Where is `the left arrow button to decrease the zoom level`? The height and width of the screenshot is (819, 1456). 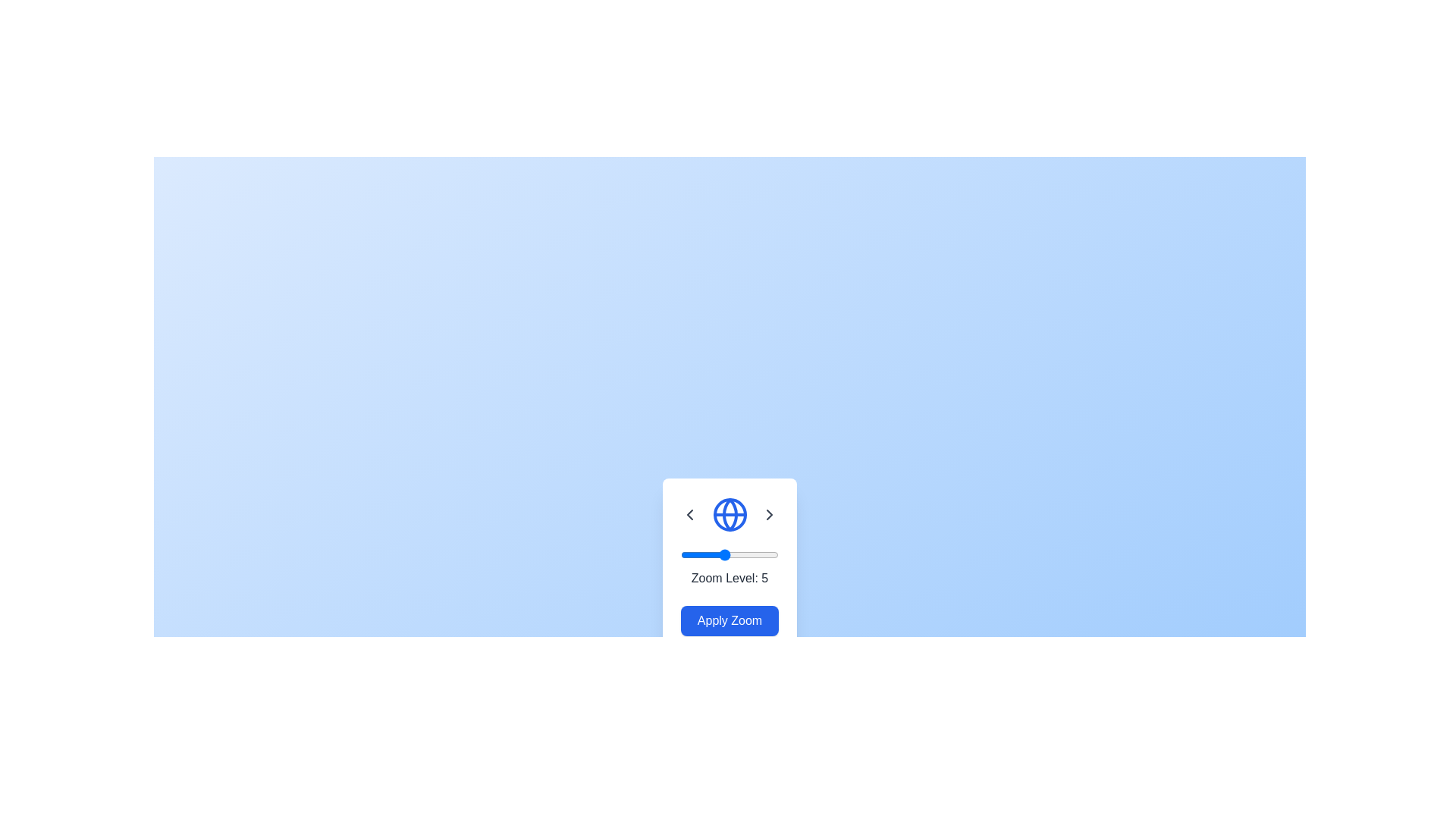
the left arrow button to decrease the zoom level is located at coordinates (689, 513).